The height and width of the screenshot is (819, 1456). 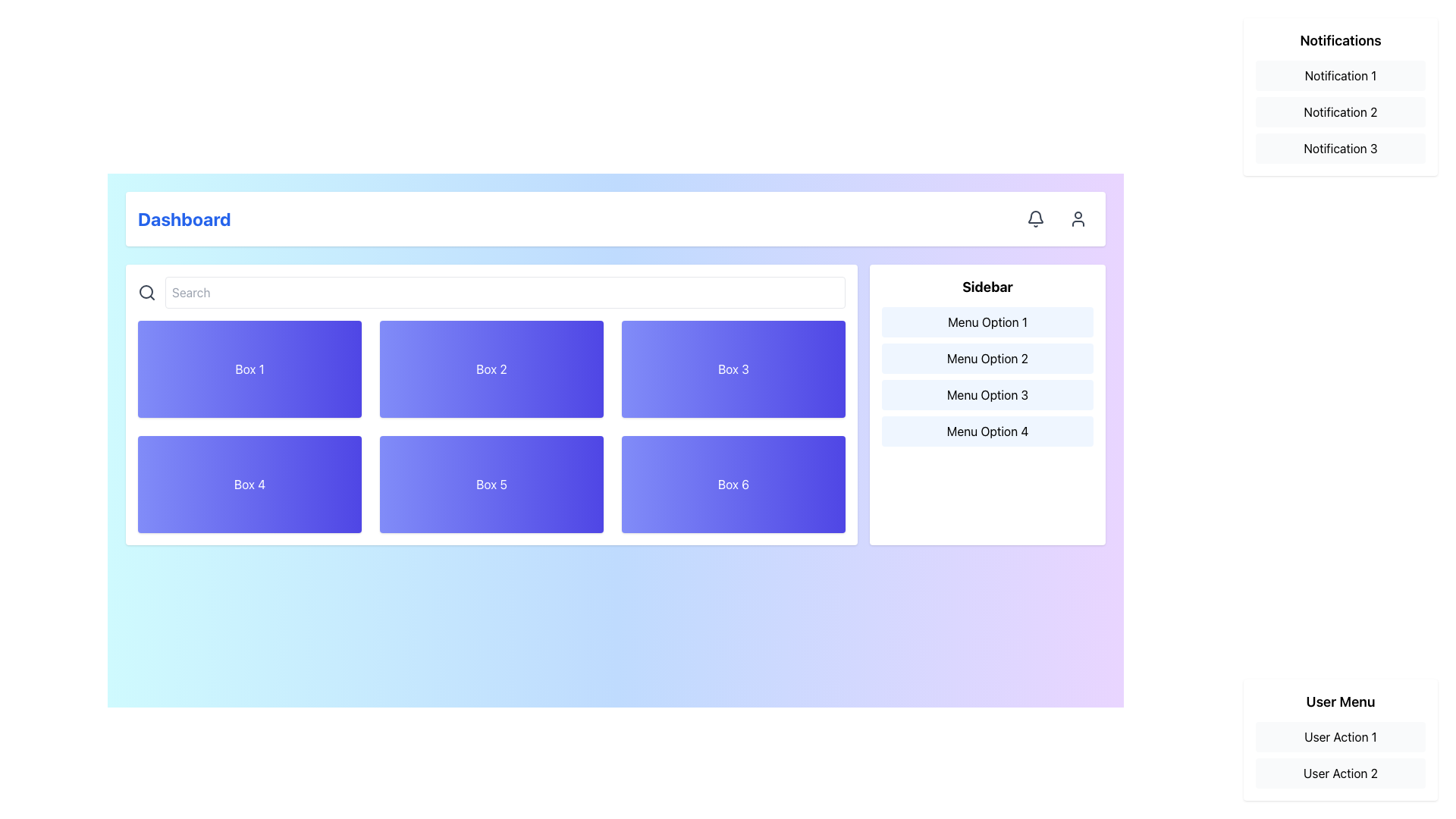 I want to click on the button-like element labeled 'User Action 2' with a light gray background, located at the bottom of the 'User Menu' vertical list, so click(x=1340, y=773).